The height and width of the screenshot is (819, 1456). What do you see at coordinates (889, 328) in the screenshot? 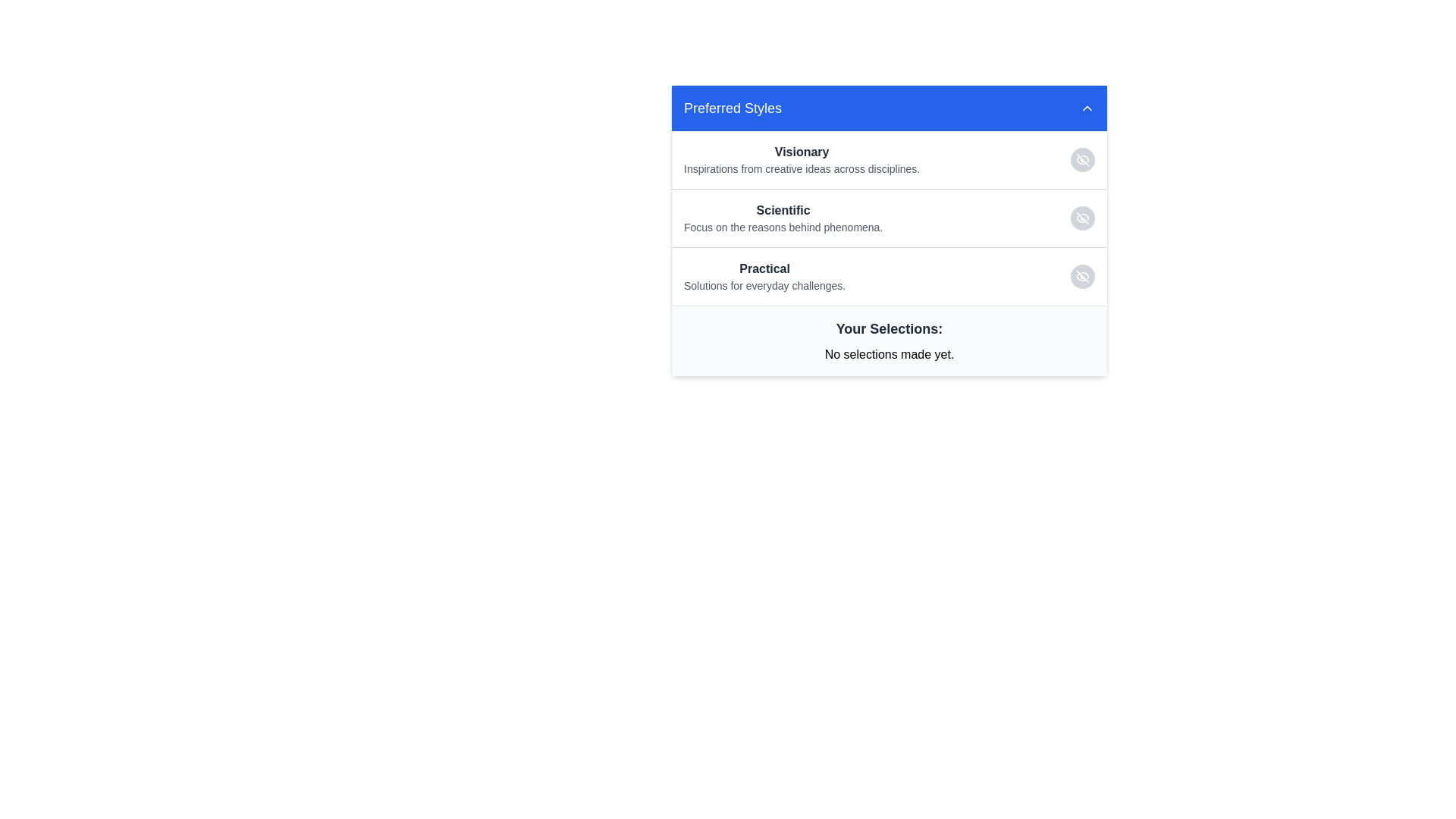
I see `the header text label that indicates the area contains user-selected choices, positioned above the text 'No selections made yet.'` at bounding box center [889, 328].